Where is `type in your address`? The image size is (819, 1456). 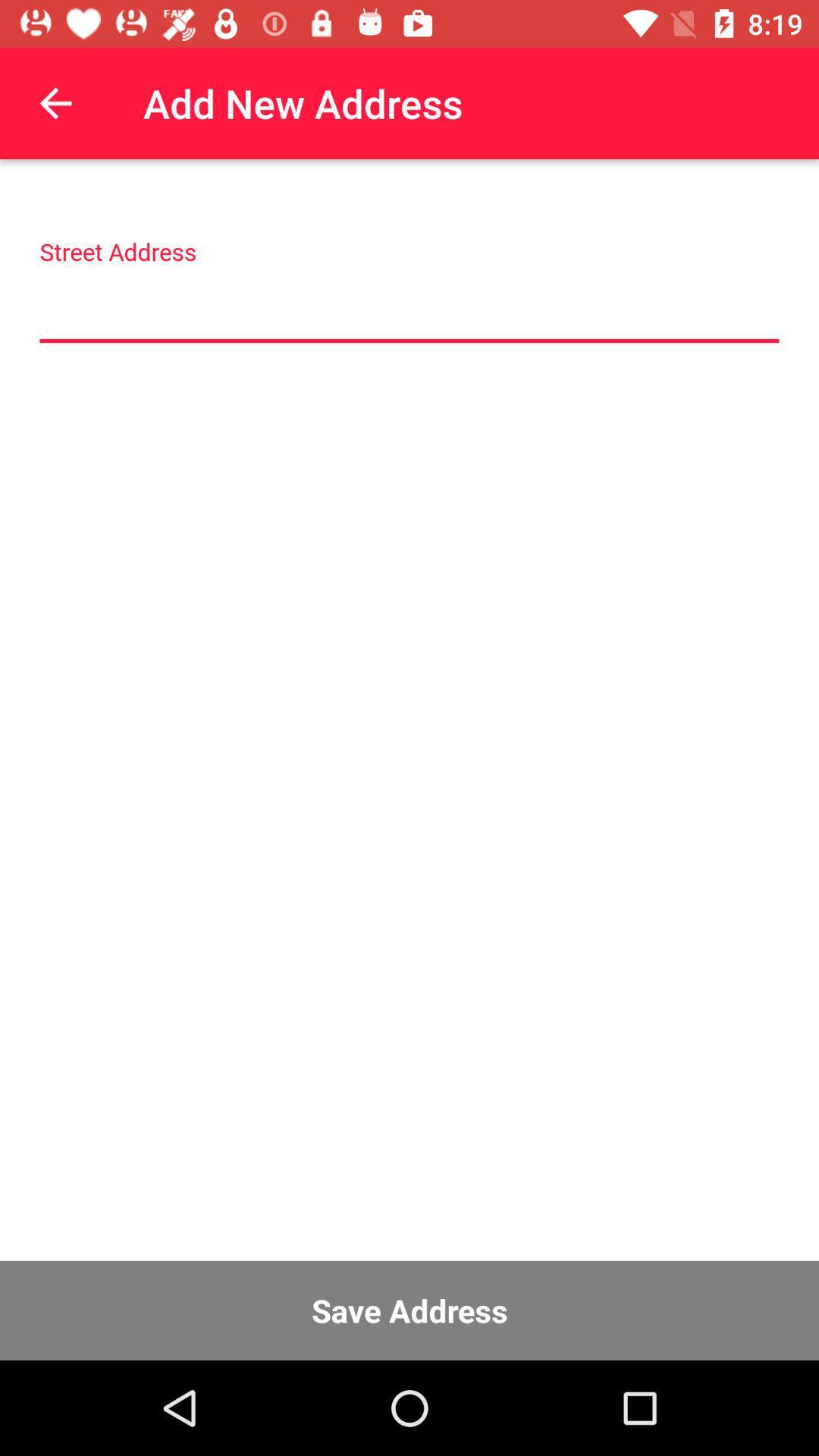 type in your address is located at coordinates (409, 307).